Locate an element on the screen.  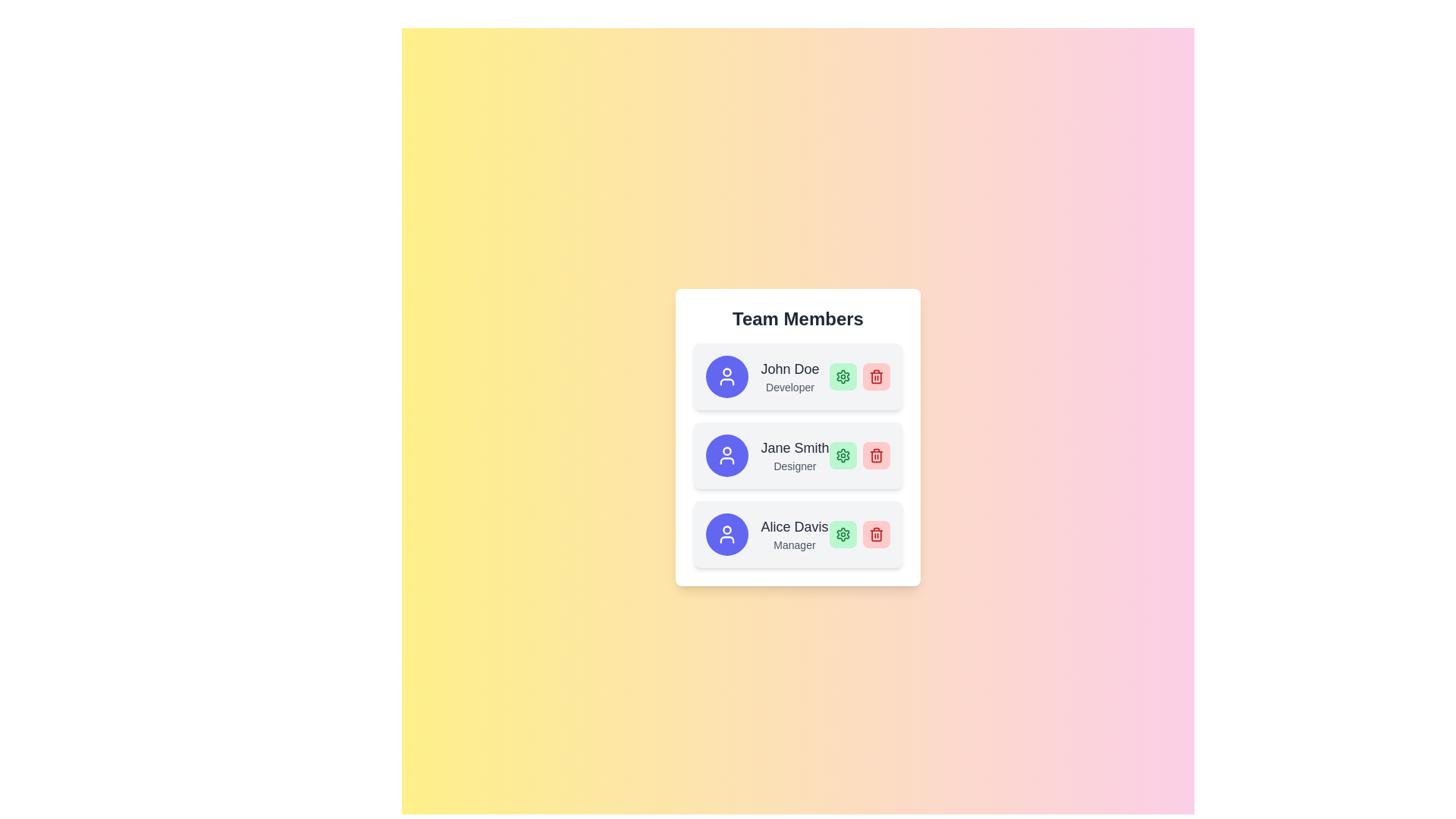
the green cogwheel icon located at the right end of the row labeled 'Alice Davis, Manager' is located at coordinates (842, 534).